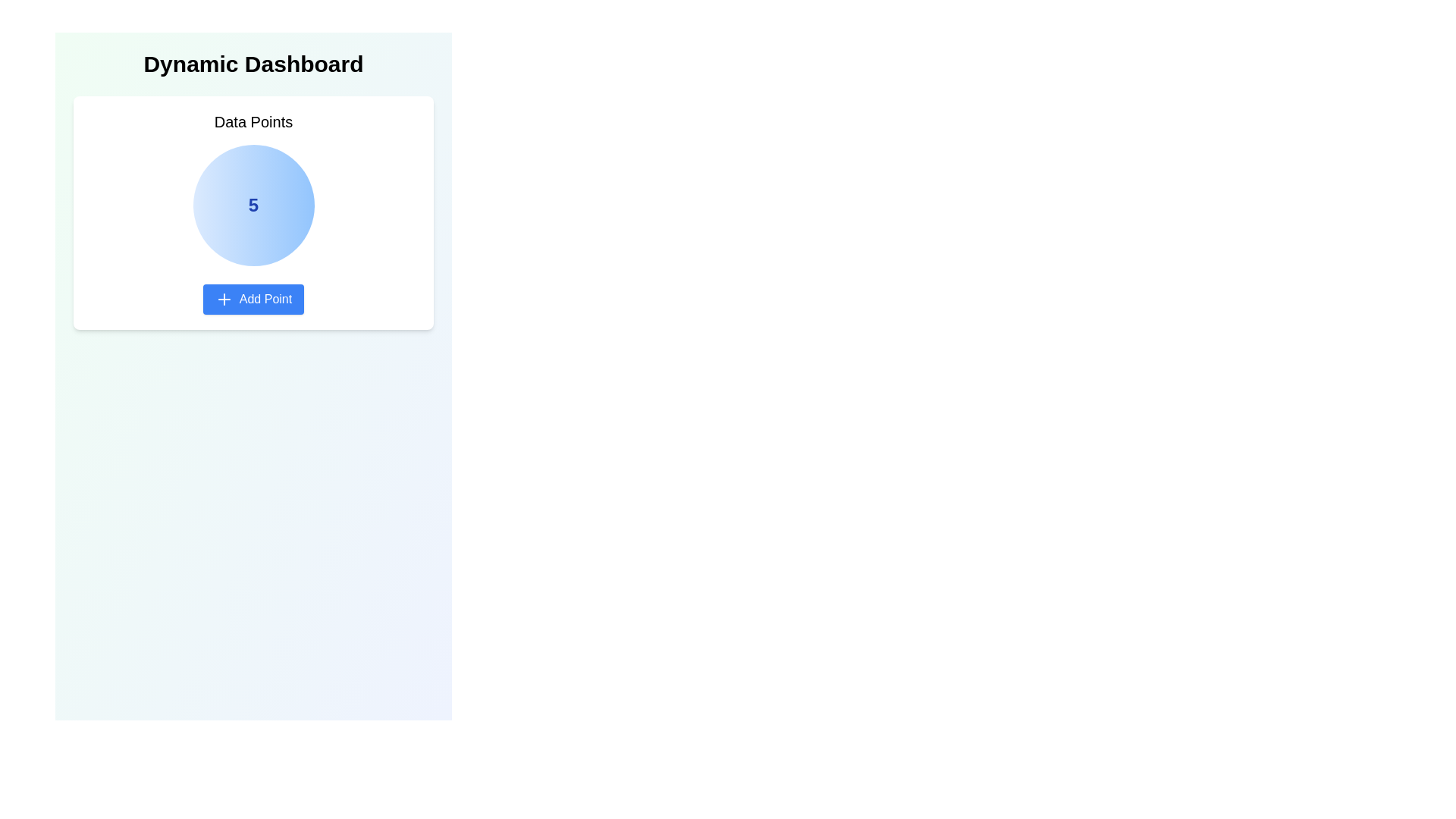 Image resolution: width=1456 pixels, height=819 pixels. What do you see at coordinates (253, 205) in the screenshot?
I see `the visual badge displaying a numerical value located within the 'Data Points' card, centered above the 'Add Point' button` at bounding box center [253, 205].